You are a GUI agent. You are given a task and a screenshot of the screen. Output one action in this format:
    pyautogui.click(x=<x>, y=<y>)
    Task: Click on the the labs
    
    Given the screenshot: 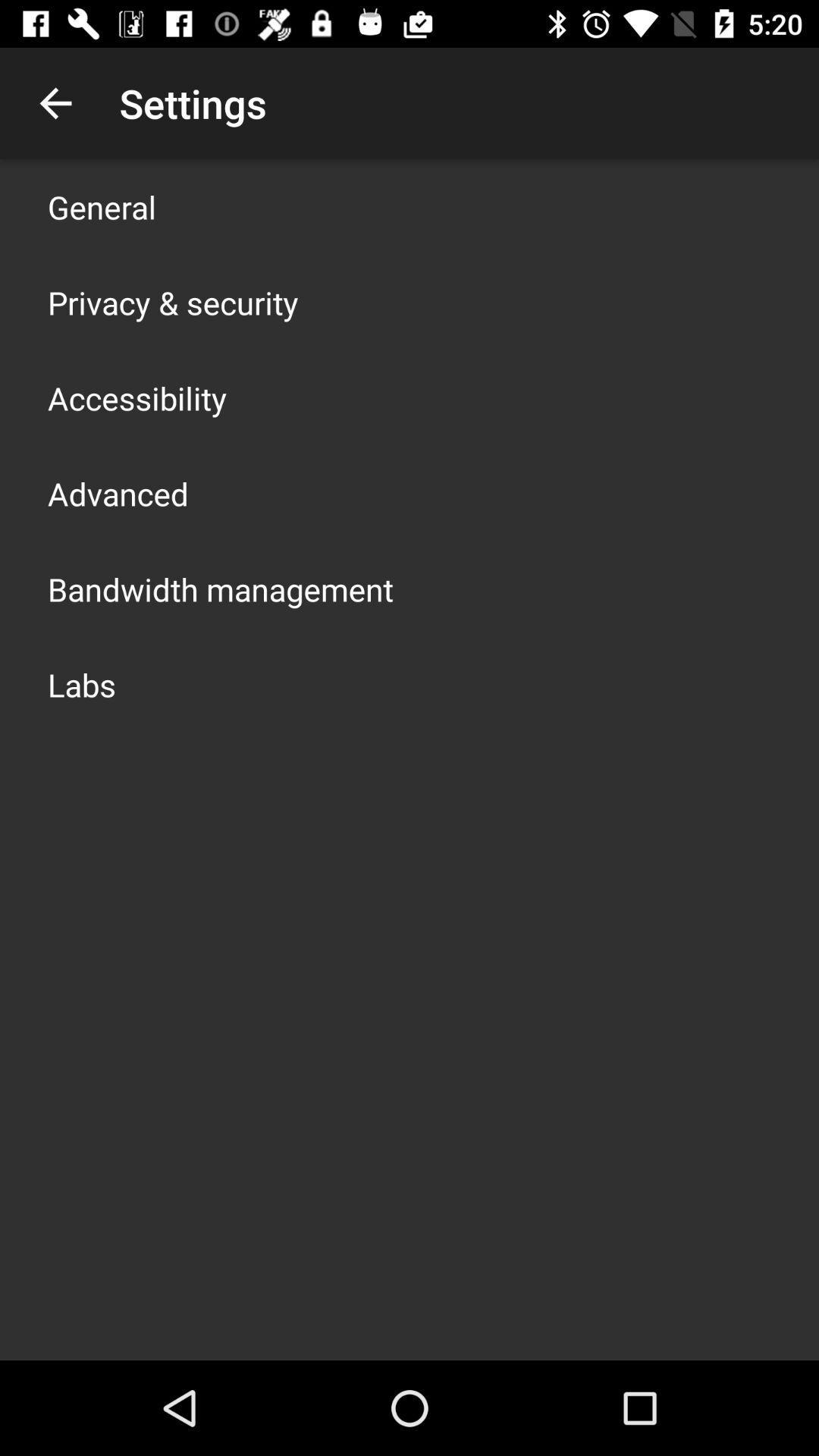 What is the action you would take?
    pyautogui.click(x=82, y=683)
    